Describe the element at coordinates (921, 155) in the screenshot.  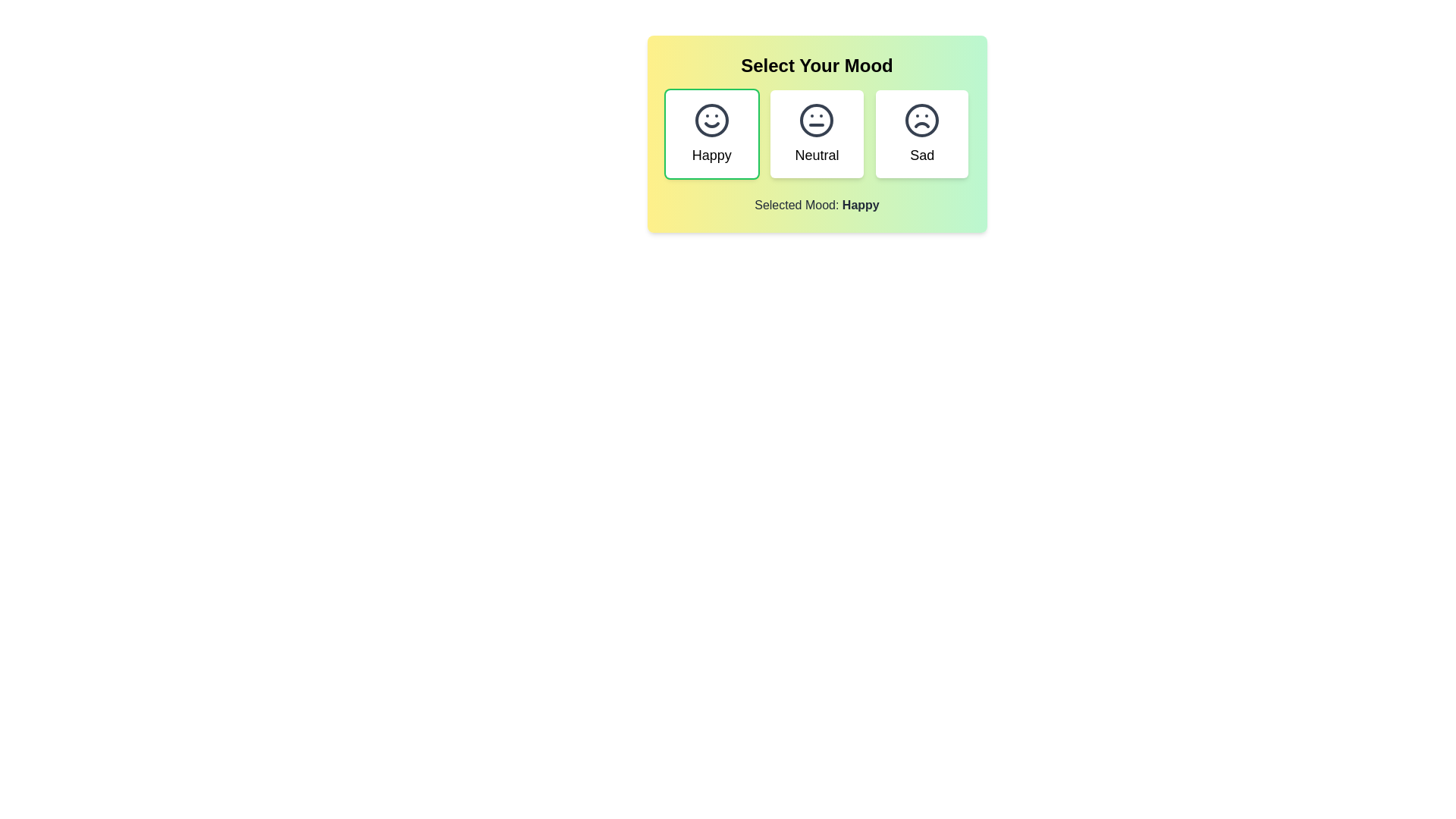
I see `the text label displaying 'Sad', which is located below a frown face icon on the third tile from the left in the mood options row` at that location.